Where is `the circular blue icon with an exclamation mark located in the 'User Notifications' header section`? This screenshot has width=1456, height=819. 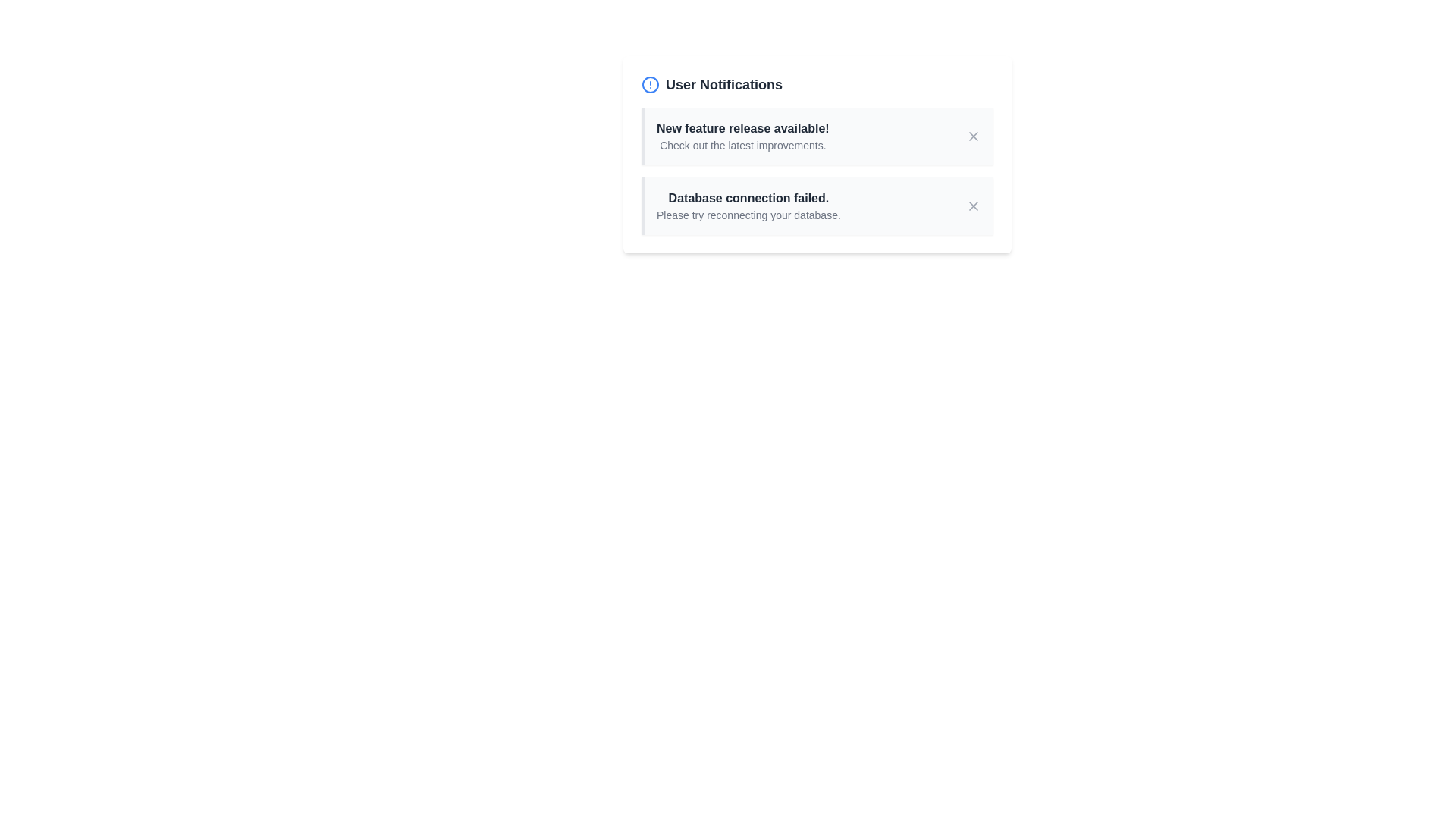 the circular blue icon with an exclamation mark located in the 'User Notifications' header section is located at coordinates (651, 84).